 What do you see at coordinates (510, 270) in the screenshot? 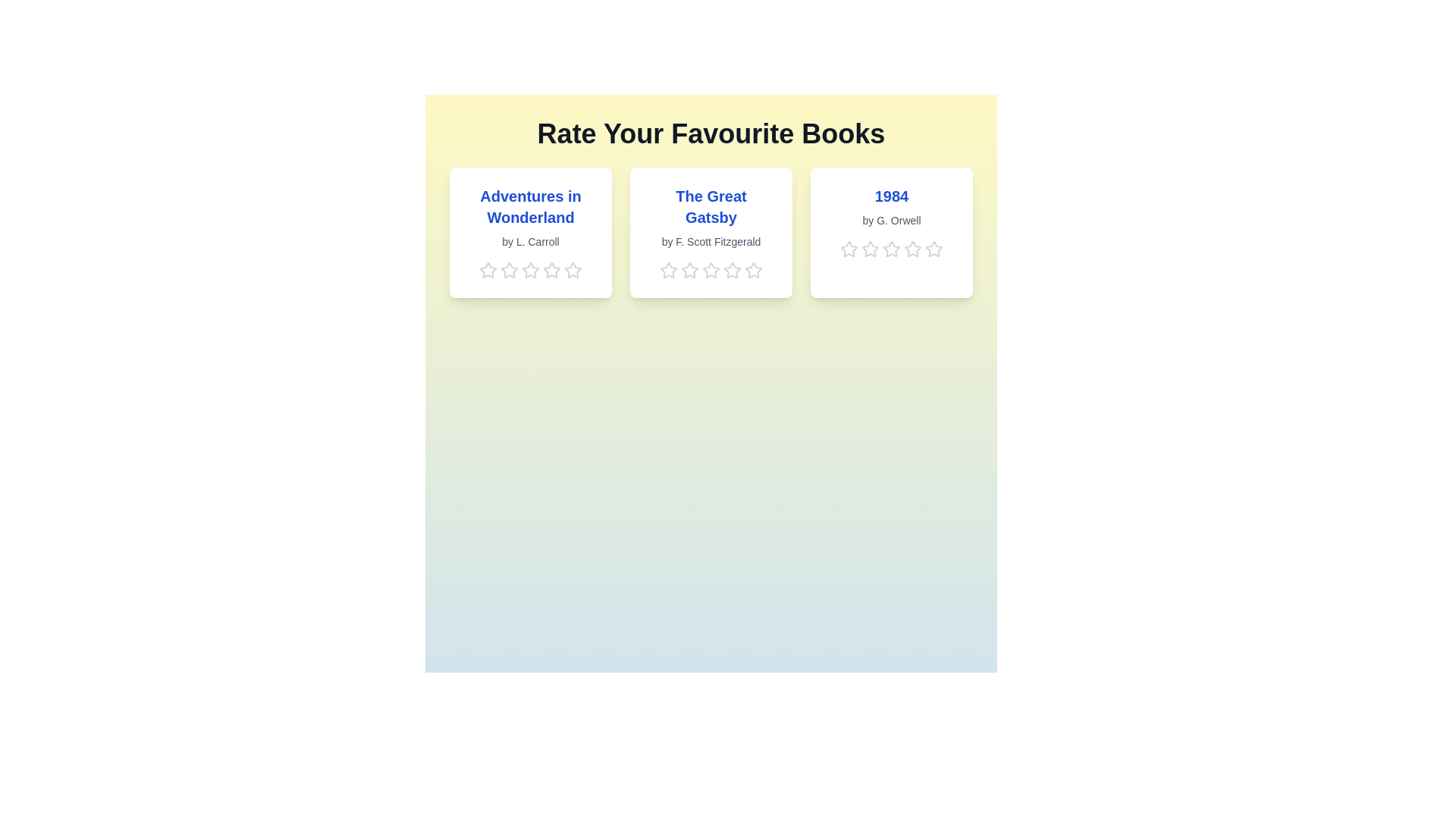
I see `the 2 star for the book titled 'Adventures in Wonderland'` at bounding box center [510, 270].